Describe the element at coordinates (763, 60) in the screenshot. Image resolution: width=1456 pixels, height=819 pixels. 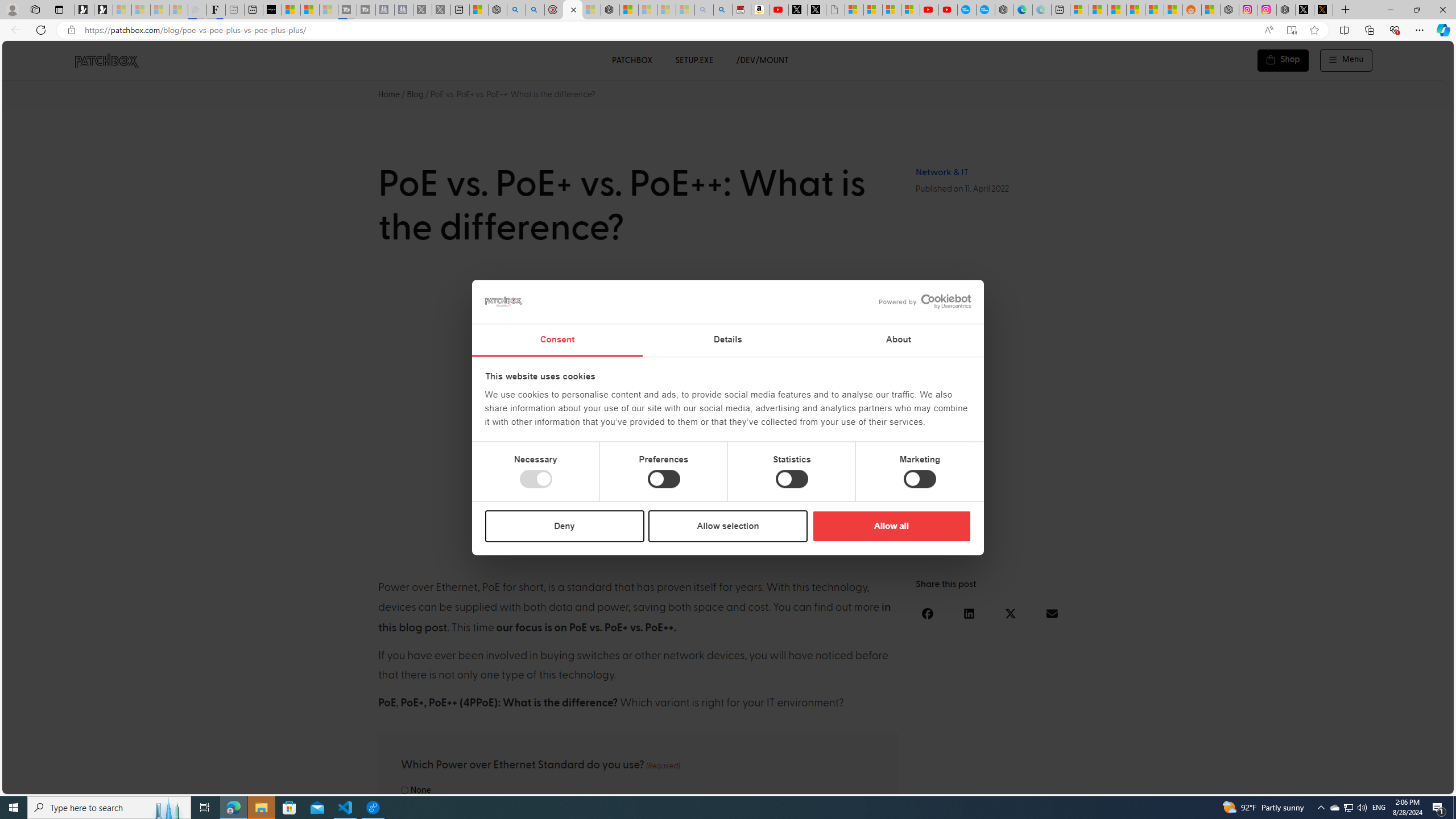
I see `'/DEV/MOUNT'` at that location.